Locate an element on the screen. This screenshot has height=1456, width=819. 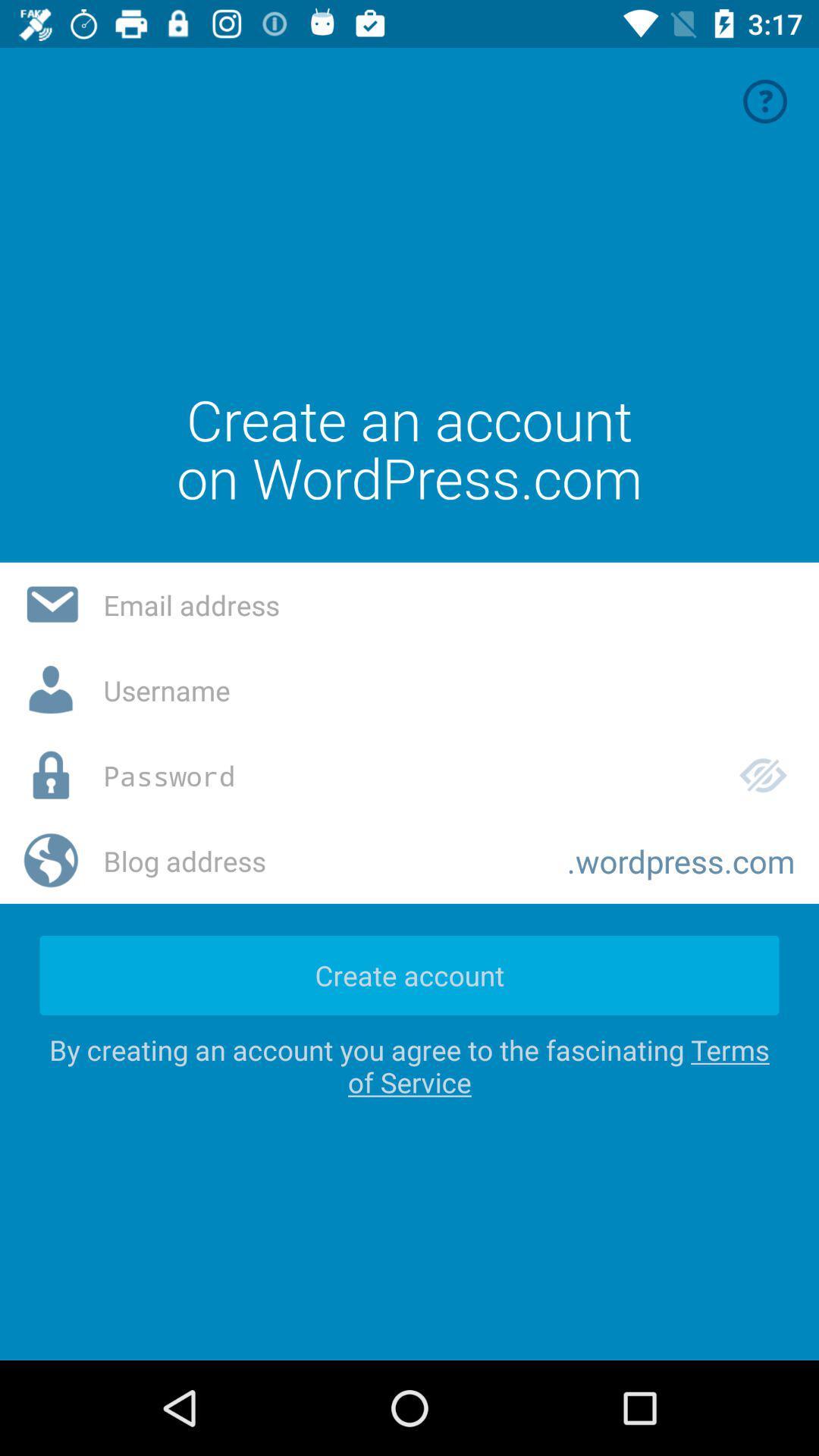
the icon to the left of the .wordpress.com is located at coordinates (322, 861).